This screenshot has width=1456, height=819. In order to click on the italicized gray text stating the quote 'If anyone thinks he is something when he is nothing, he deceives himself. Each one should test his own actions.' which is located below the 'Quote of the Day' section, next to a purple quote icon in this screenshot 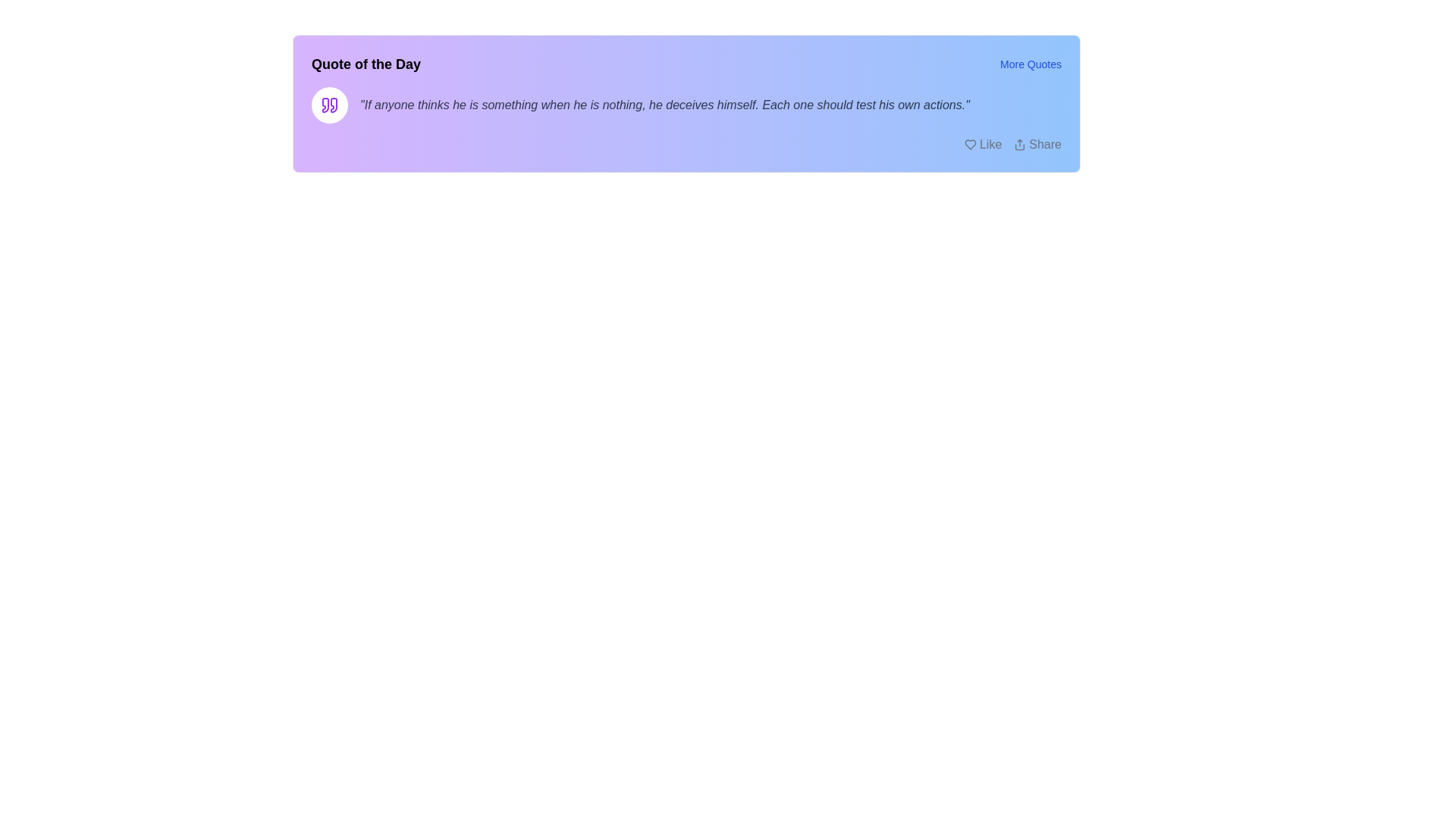, I will do `click(686, 104)`.